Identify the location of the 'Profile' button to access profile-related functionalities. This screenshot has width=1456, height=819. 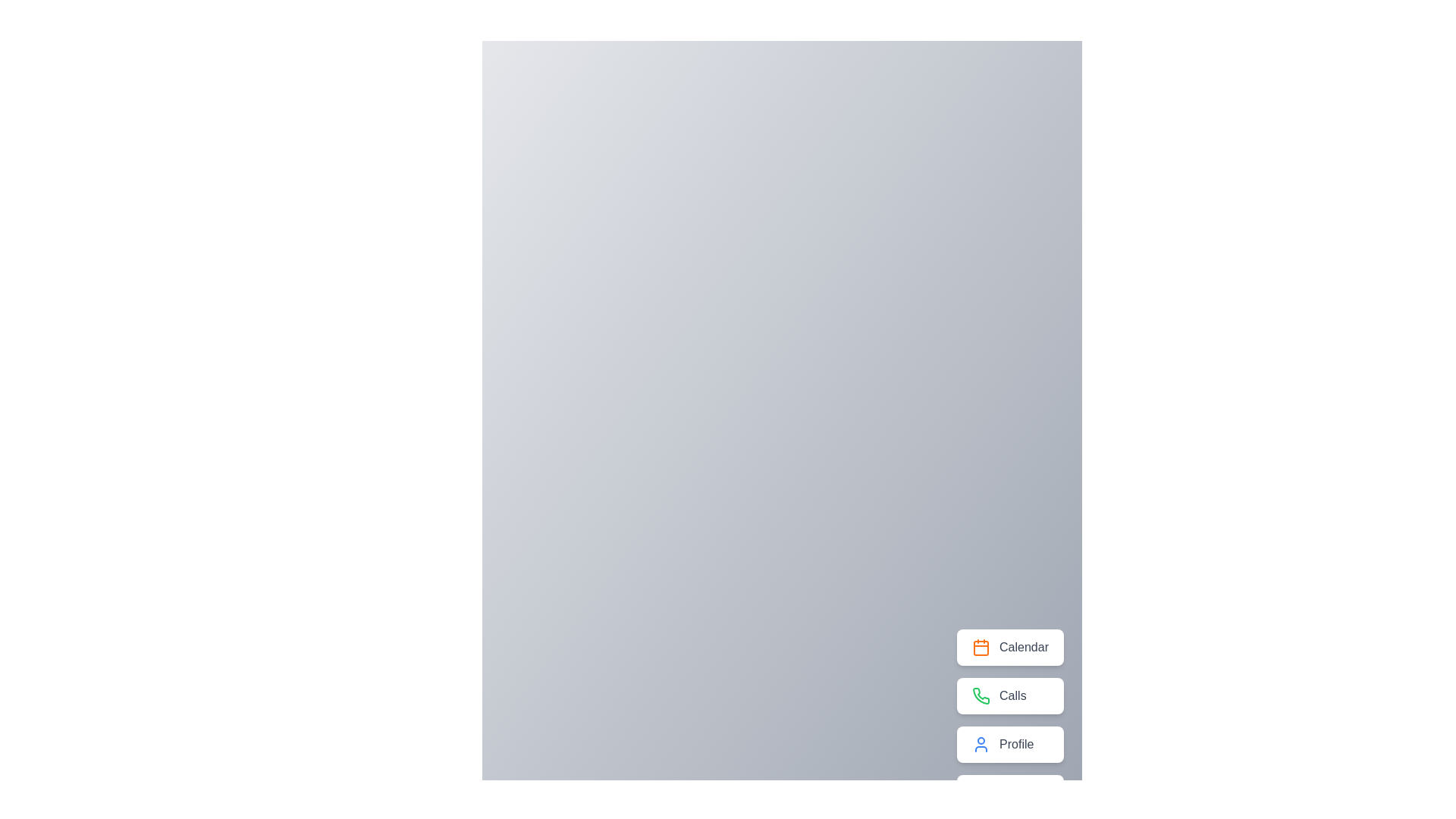
(1010, 744).